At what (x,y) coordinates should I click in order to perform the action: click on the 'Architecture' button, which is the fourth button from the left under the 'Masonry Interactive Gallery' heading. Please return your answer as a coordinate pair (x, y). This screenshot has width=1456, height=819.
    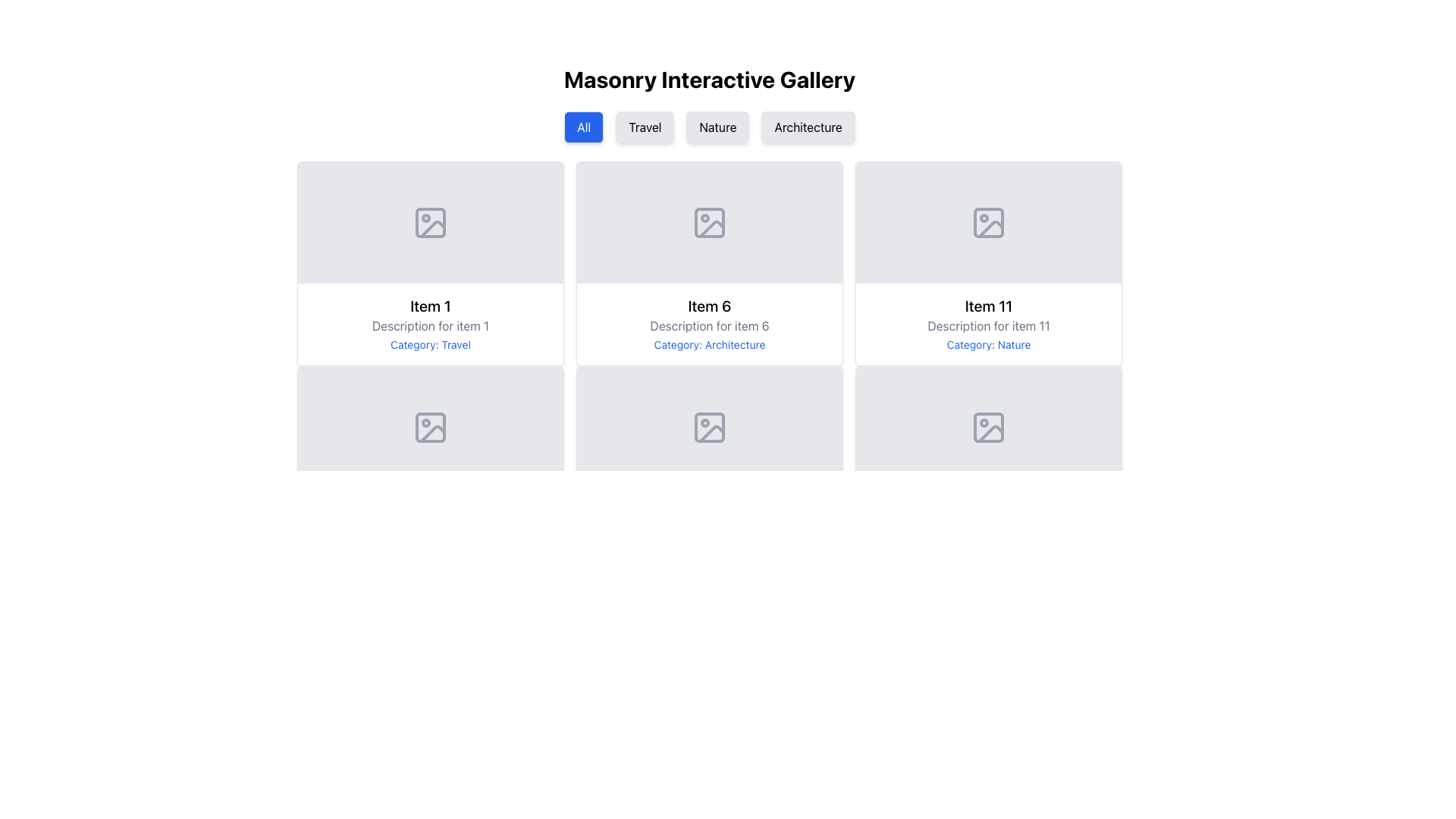
    Looking at the image, I should click on (807, 127).